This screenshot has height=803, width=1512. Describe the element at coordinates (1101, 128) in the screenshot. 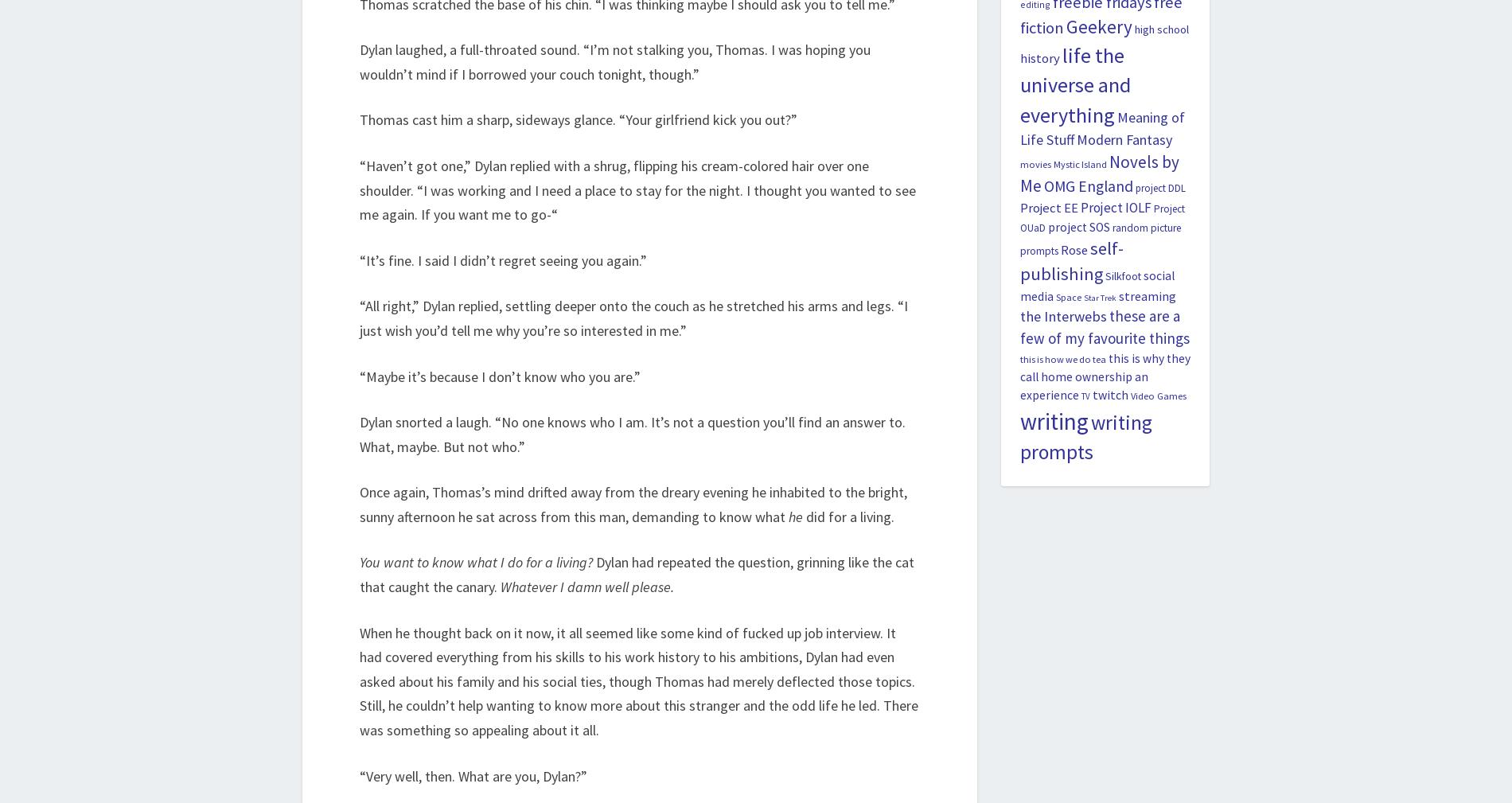

I see `'Meaning of Life Stuff'` at that location.